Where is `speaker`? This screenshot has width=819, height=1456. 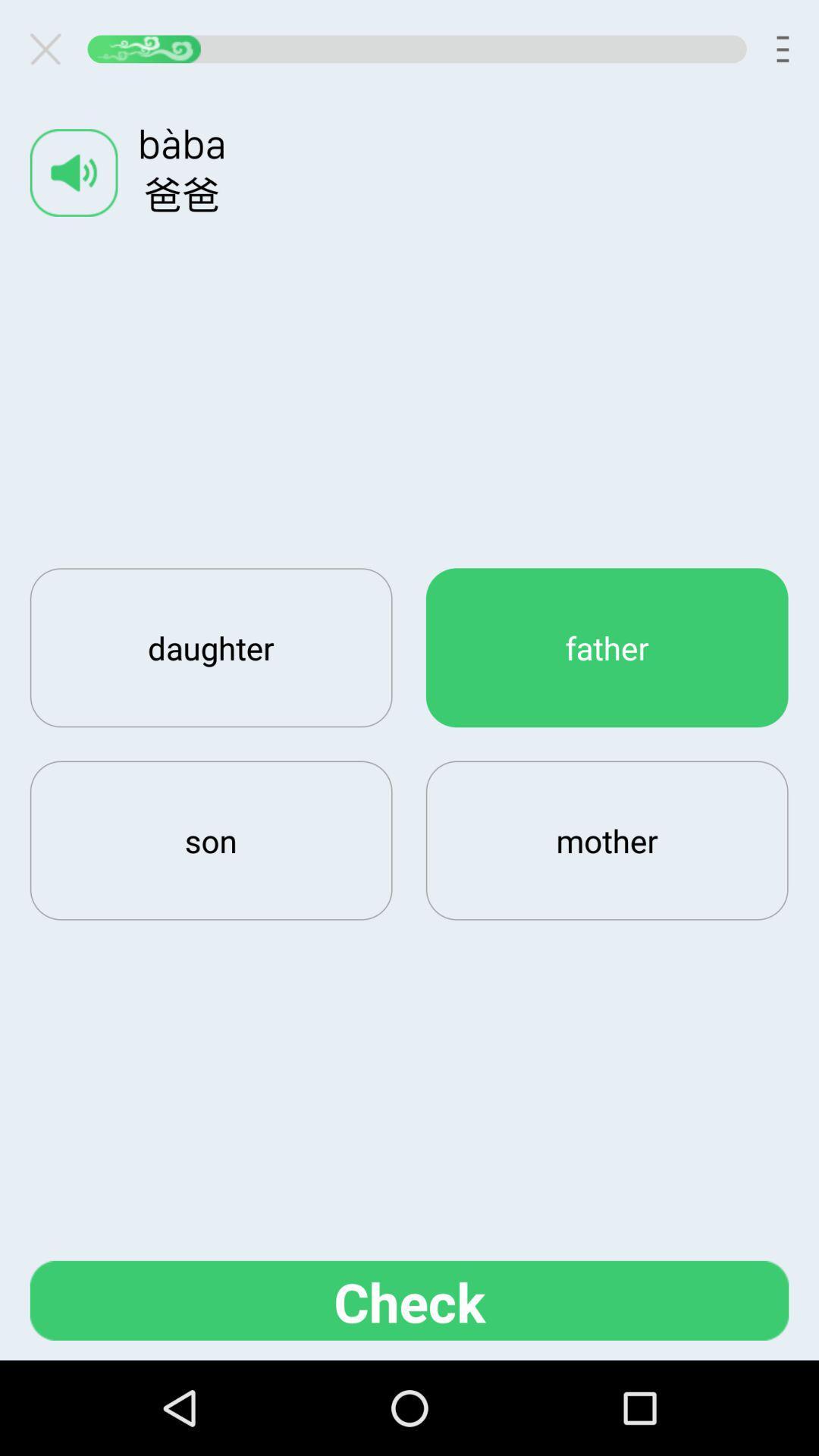
speaker is located at coordinates (74, 172).